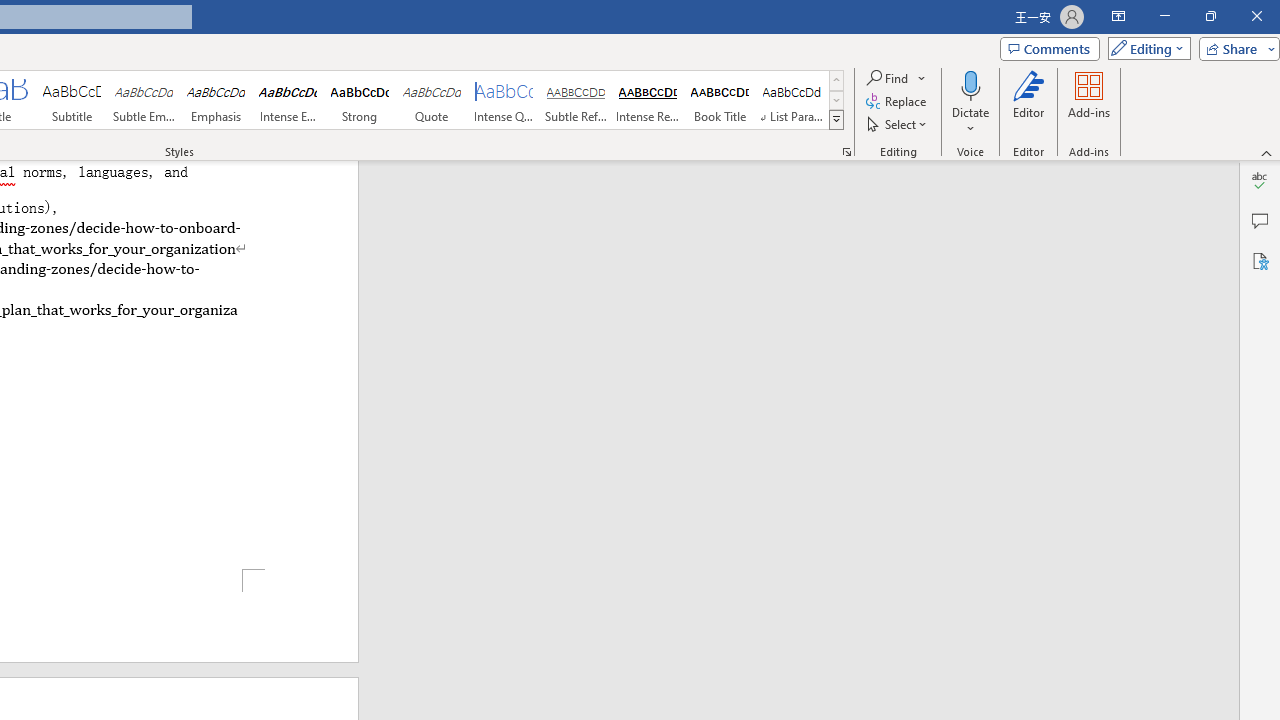 This screenshot has width=1280, height=720. I want to click on 'Quote', so click(431, 100).